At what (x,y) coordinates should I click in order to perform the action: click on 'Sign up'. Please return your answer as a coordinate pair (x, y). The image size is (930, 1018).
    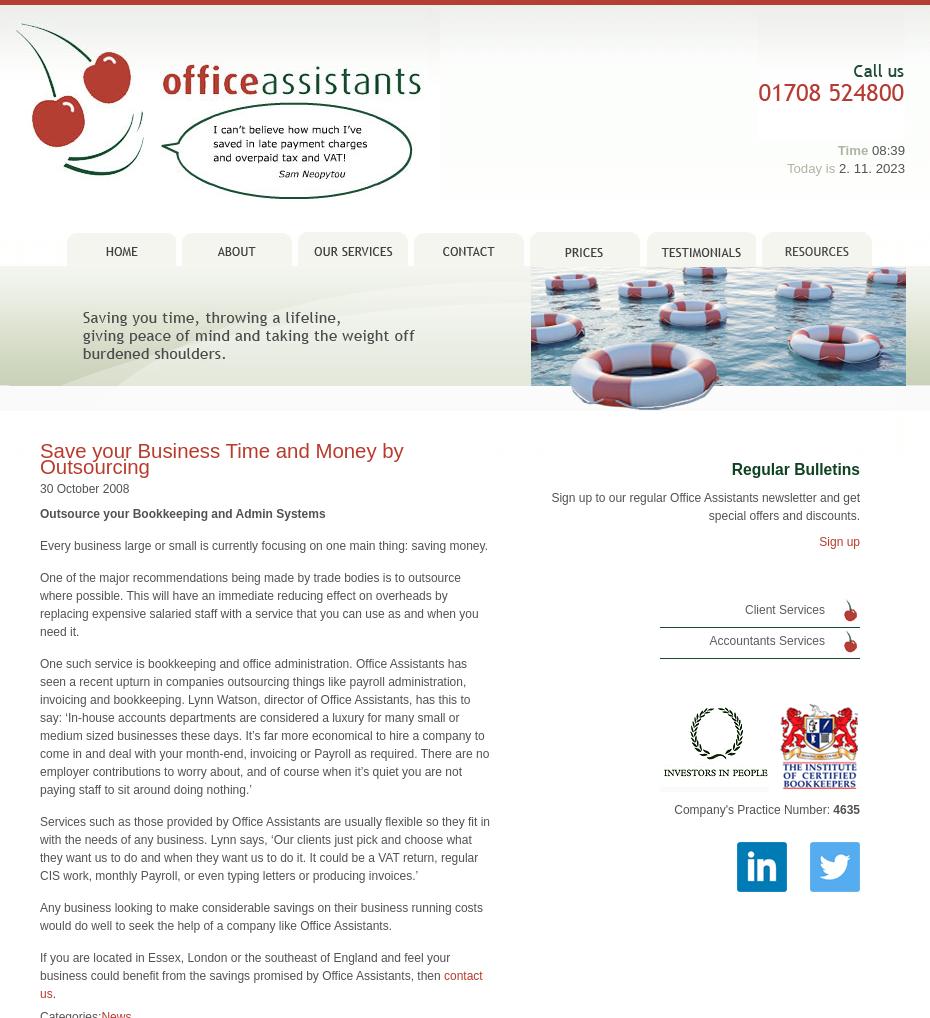
    Looking at the image, I should click on (838, 511).